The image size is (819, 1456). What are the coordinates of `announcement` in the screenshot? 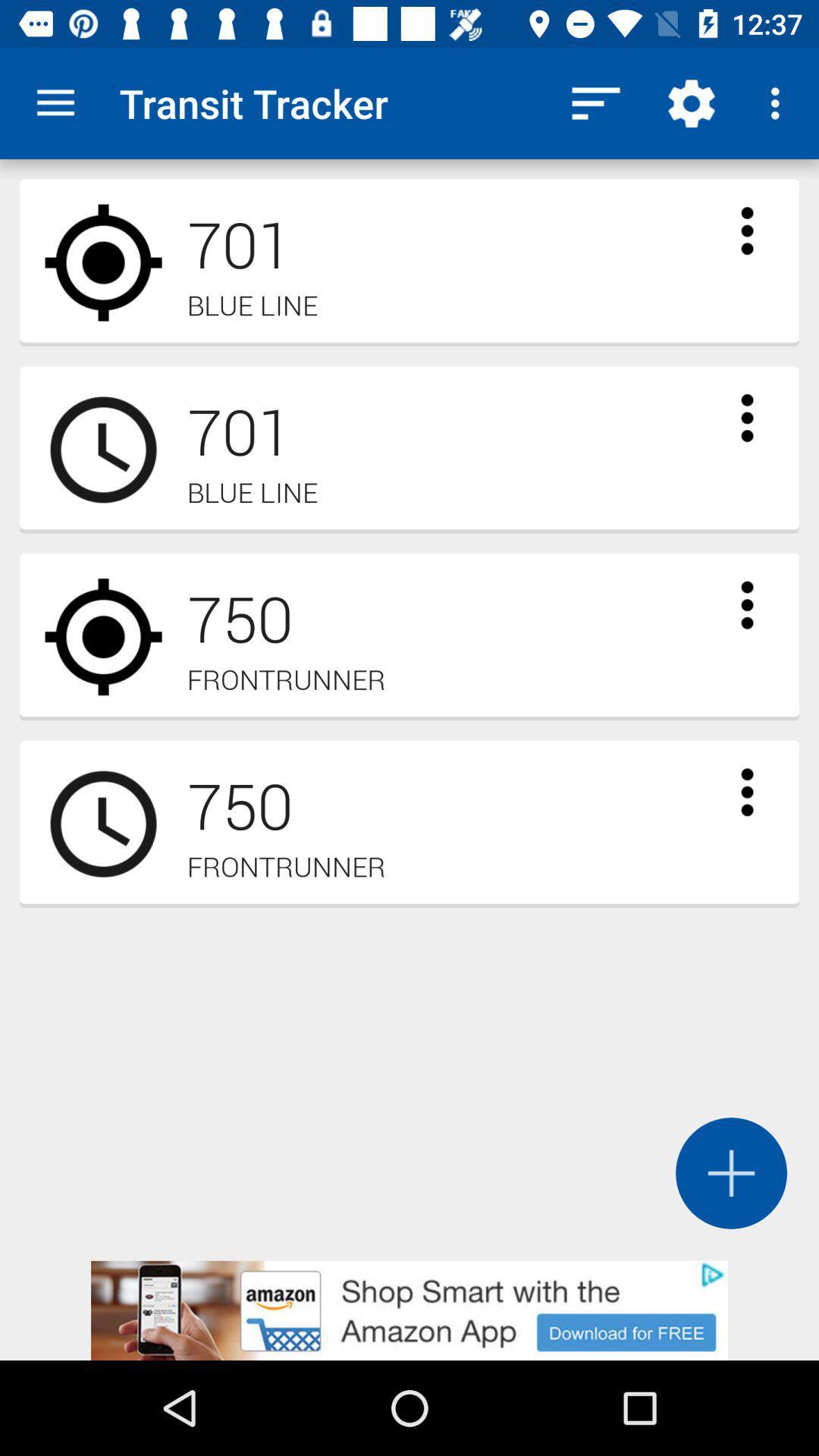 It's located at (409, 1310).